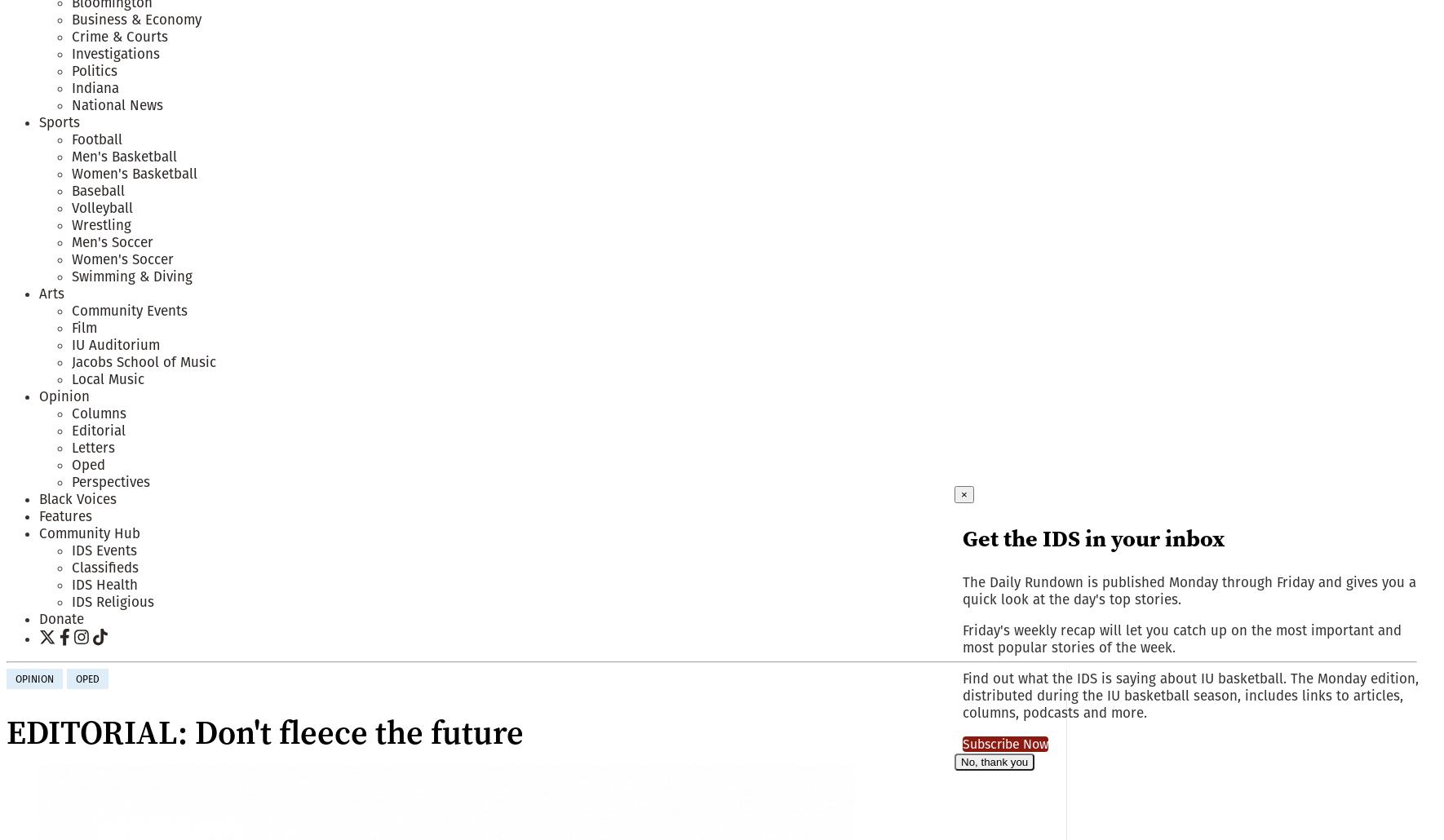  What do you see at coordinates (124, 156) in the screenshot?
I see `'Men's Basketball'` at bounding box center [124, 156].